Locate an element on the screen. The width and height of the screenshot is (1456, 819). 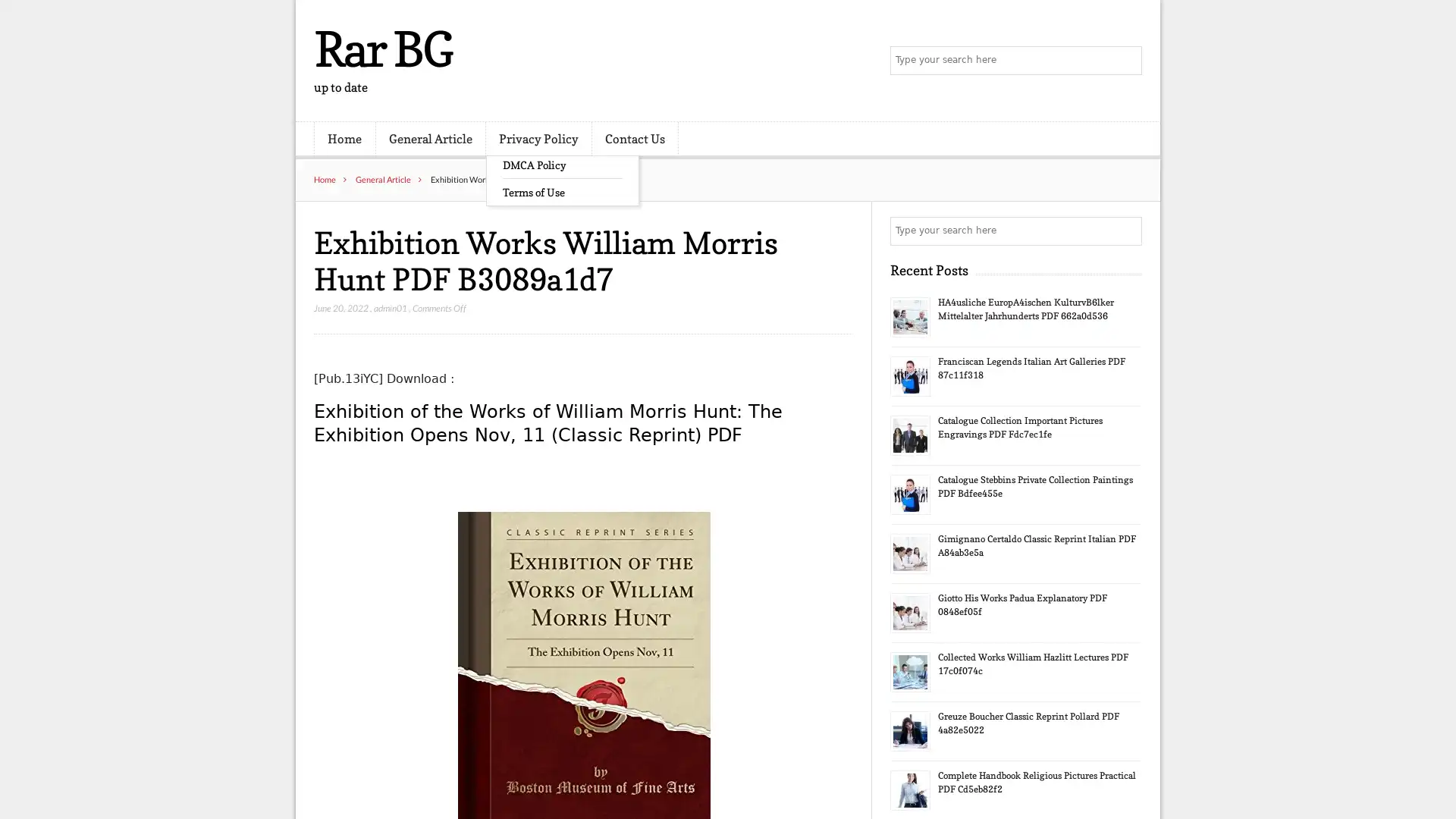
Search is located at coordinates (1126, 231).